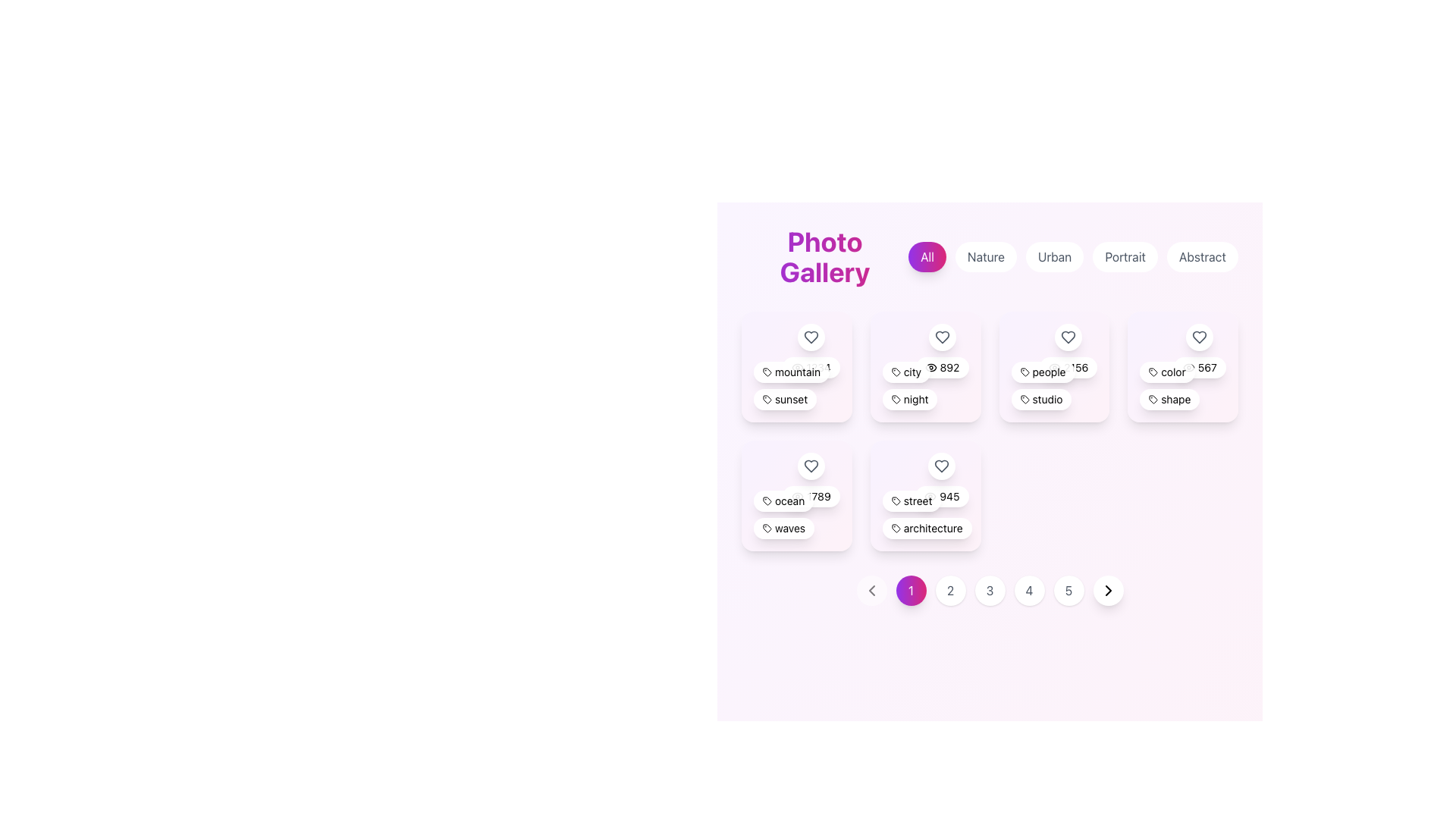 The image size is (1456, 819). I want to click on the Heart icon located in the first row of the last column of the grid layout, so click(1199, 336).